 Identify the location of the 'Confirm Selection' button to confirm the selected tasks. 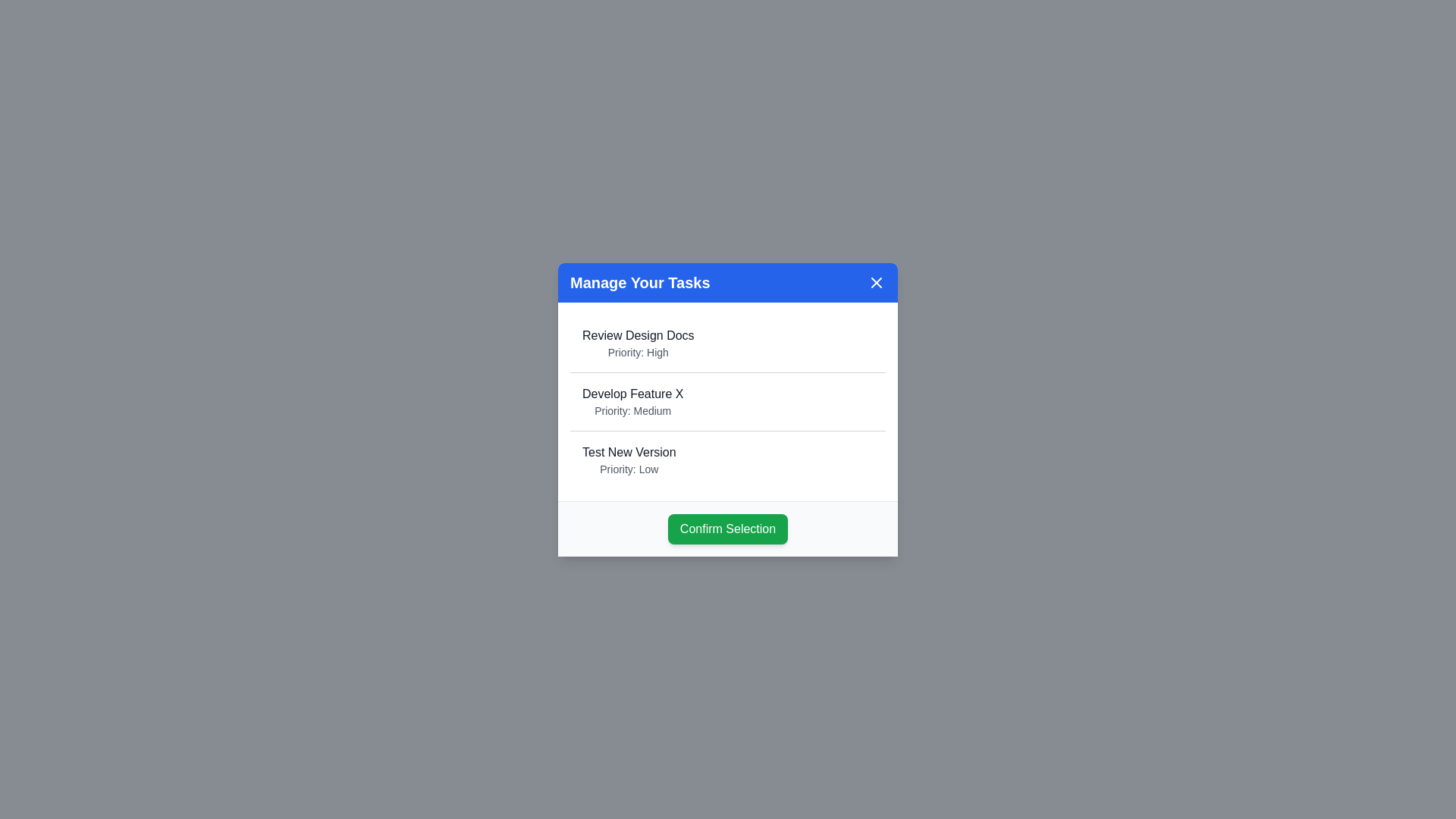
(728, 528).